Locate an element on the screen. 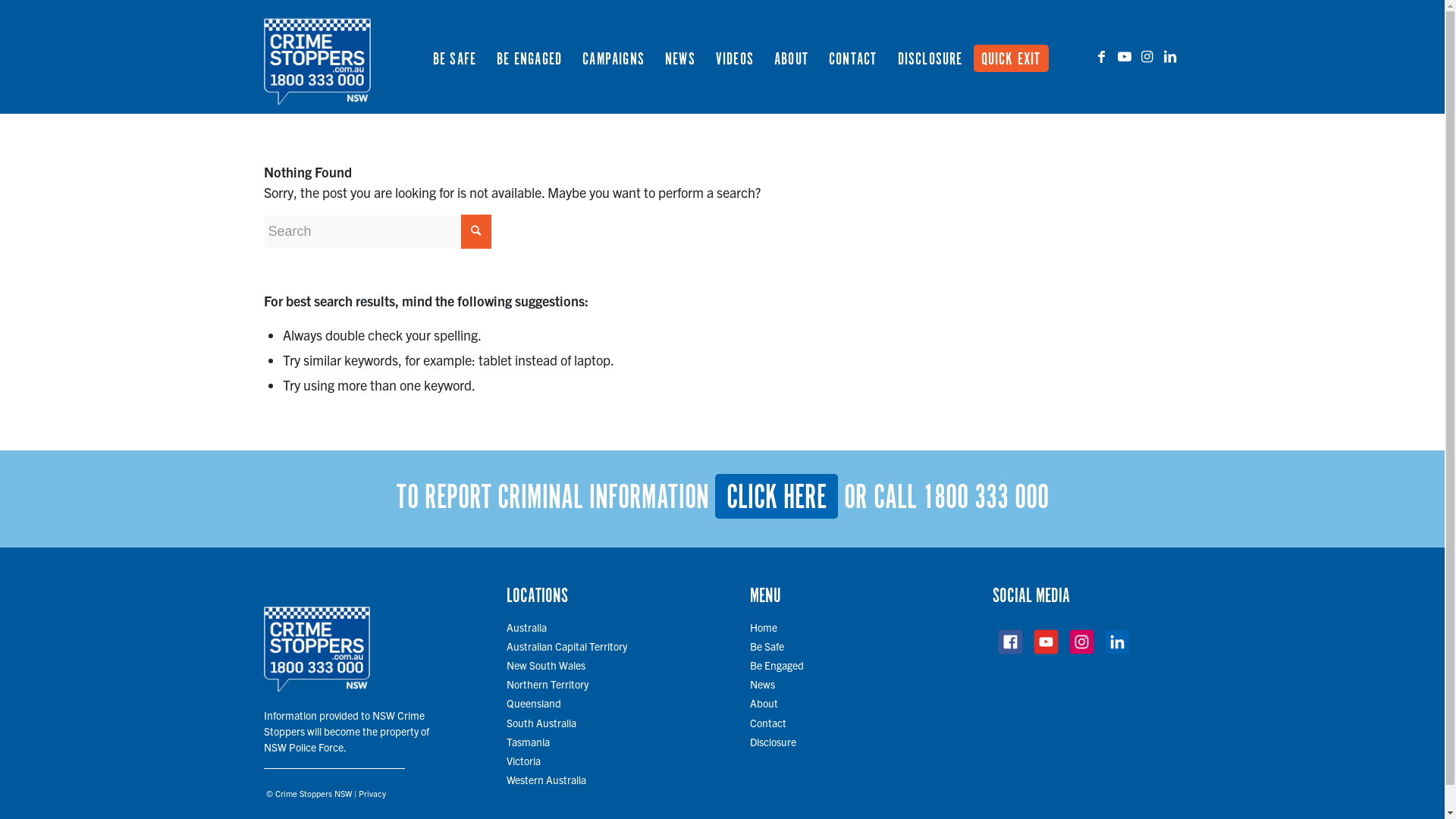  'QUICK EXIT' is located at coordinates (1015, 55).